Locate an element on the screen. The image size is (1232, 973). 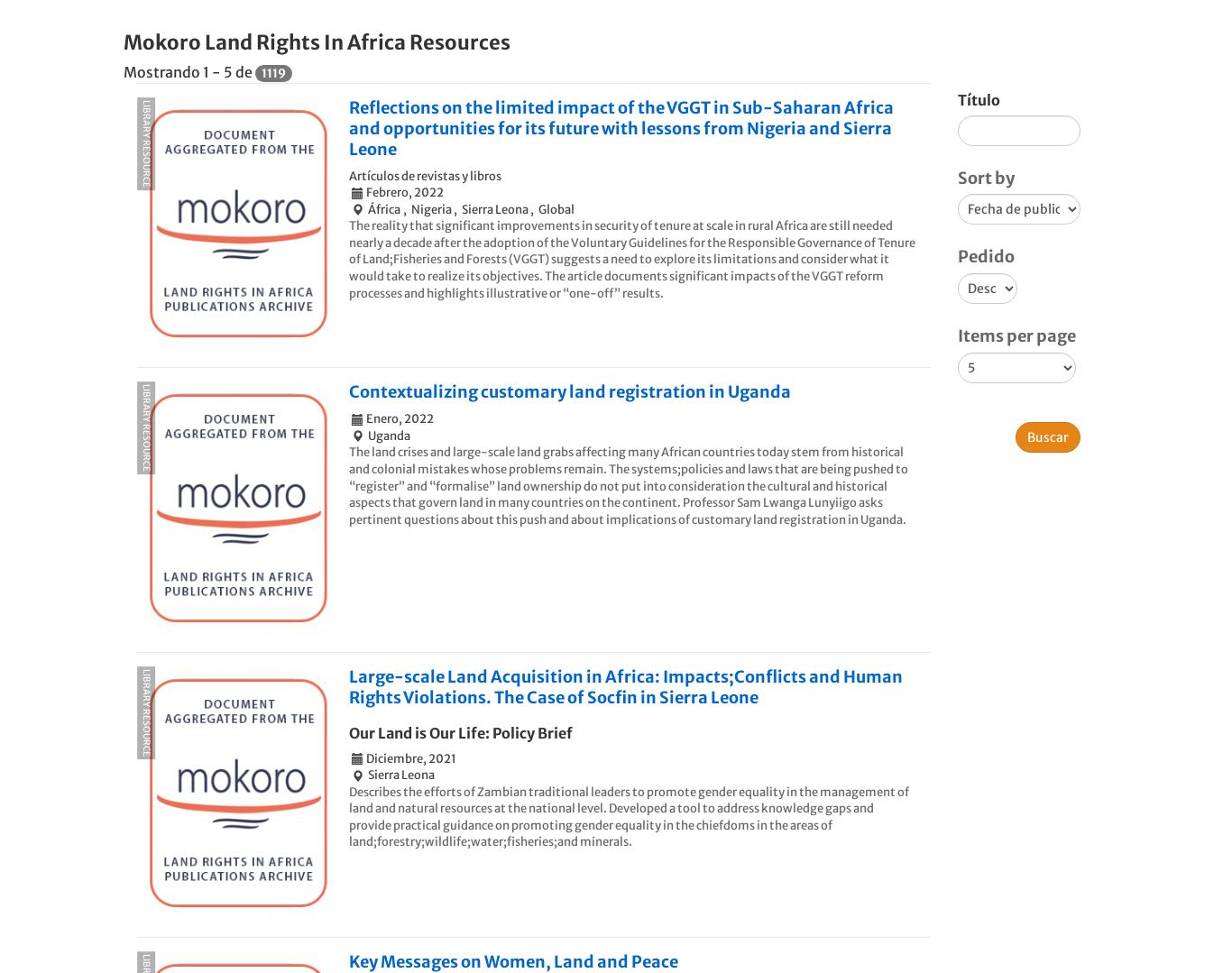
'Febrero, 2022' is located at coordinates (364, 191).